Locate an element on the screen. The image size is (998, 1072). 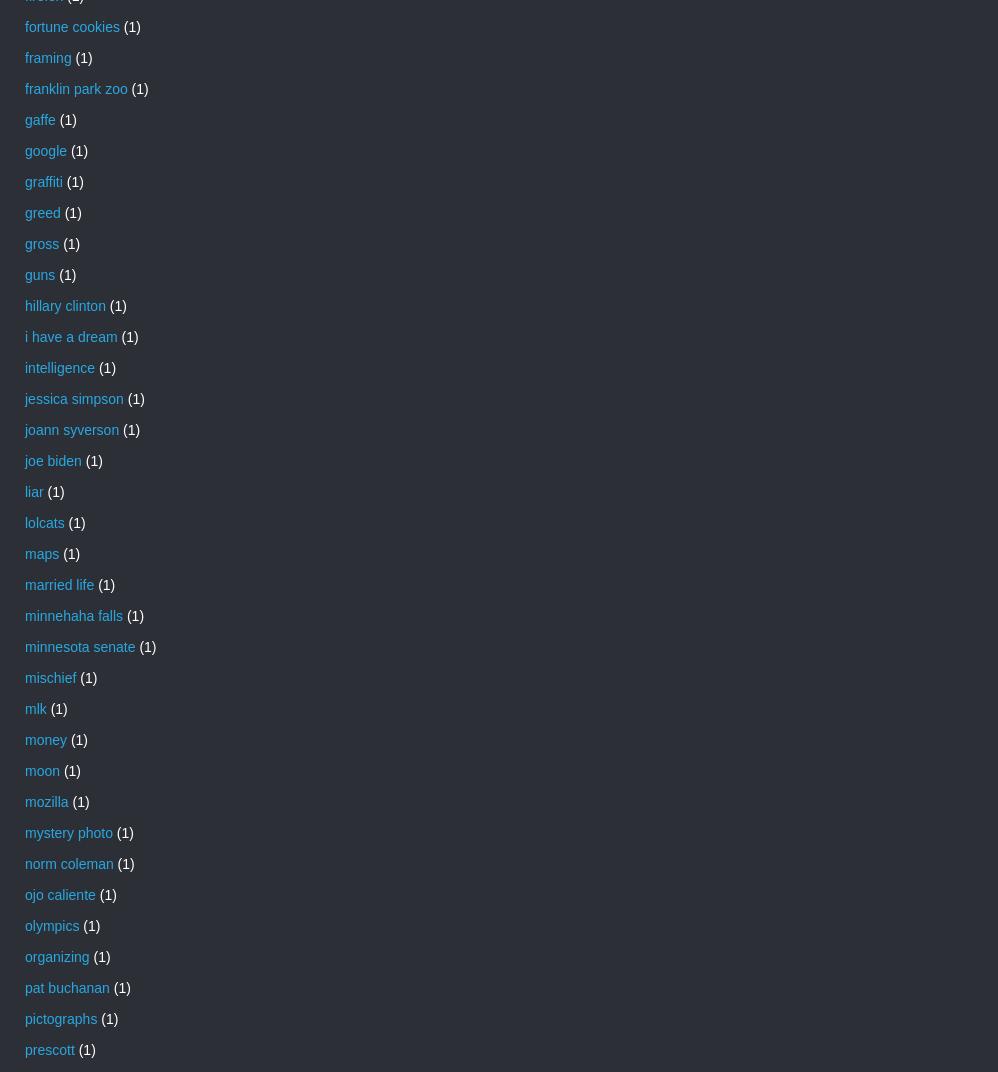
'hillary clinton' is located at coordinates (63, 303).